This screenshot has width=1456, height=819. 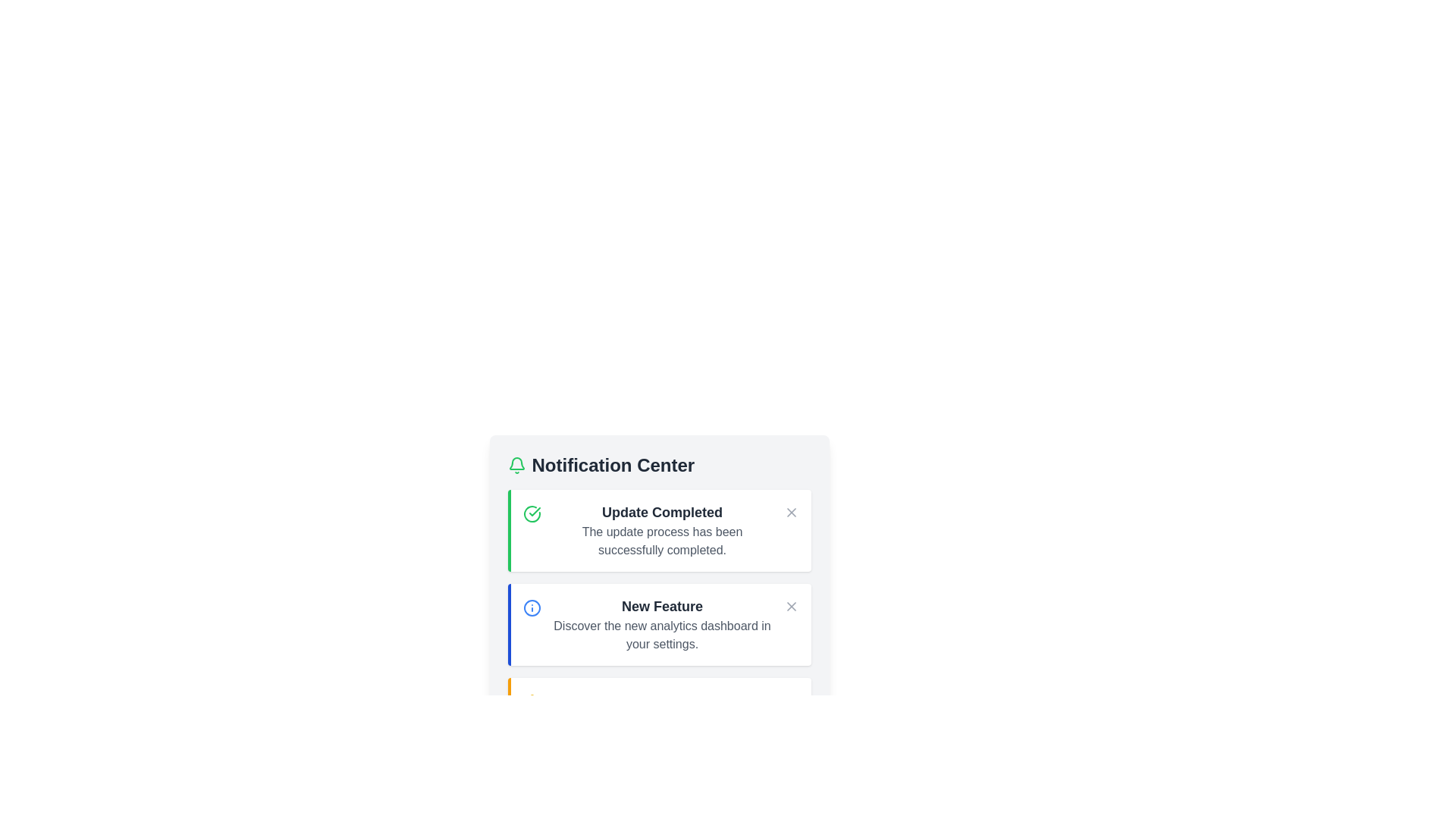 What do you see at coordinates (662, 540) in the screenshot?
I see `the static text label that provides feedback about the completion of the update process, located beneath the 'Update Completed' heading in the 'Notification Center'` at bounding box center [662, 540].